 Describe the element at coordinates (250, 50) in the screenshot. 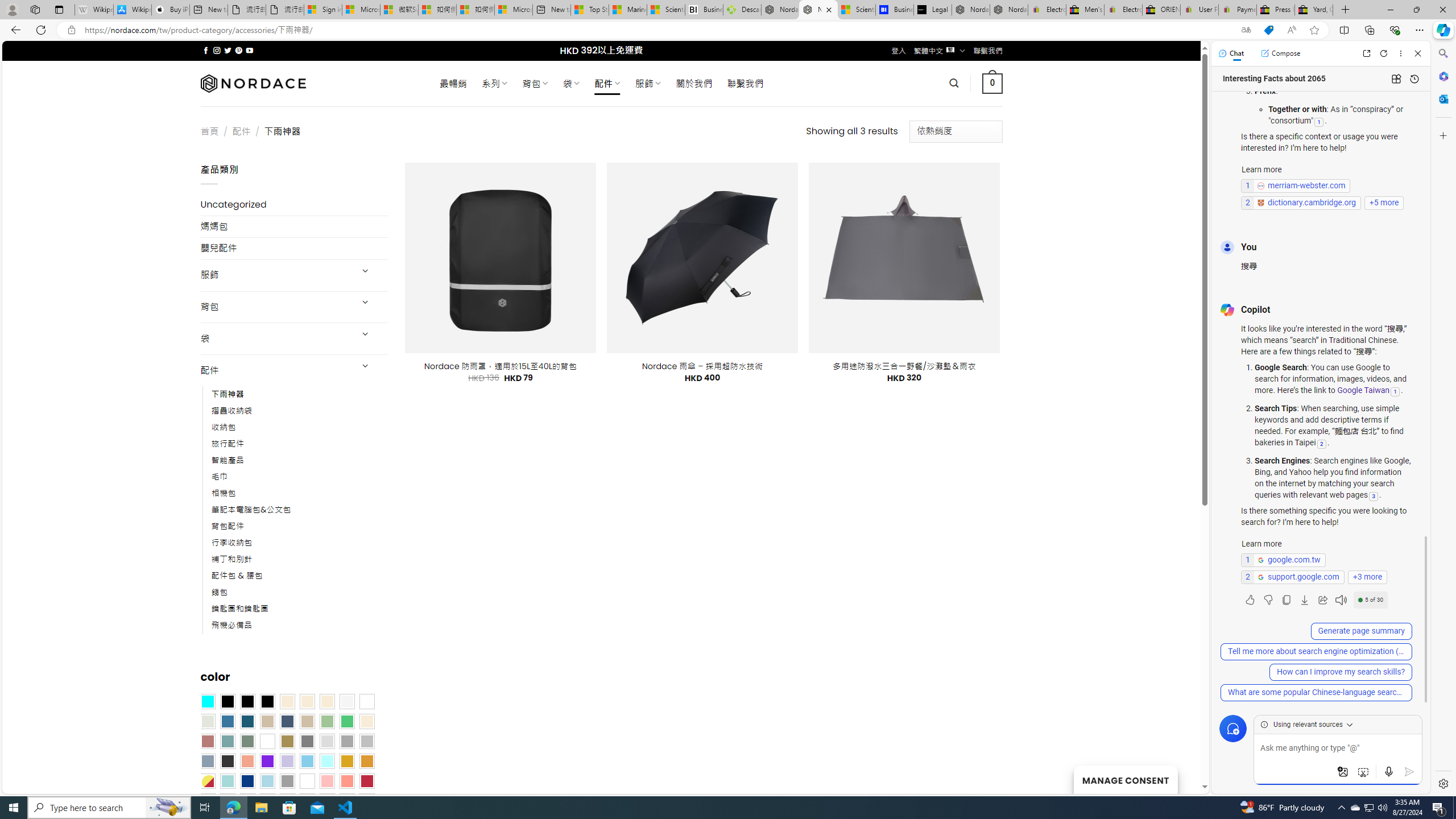

I see `'Follow on YouTube'` at that location.